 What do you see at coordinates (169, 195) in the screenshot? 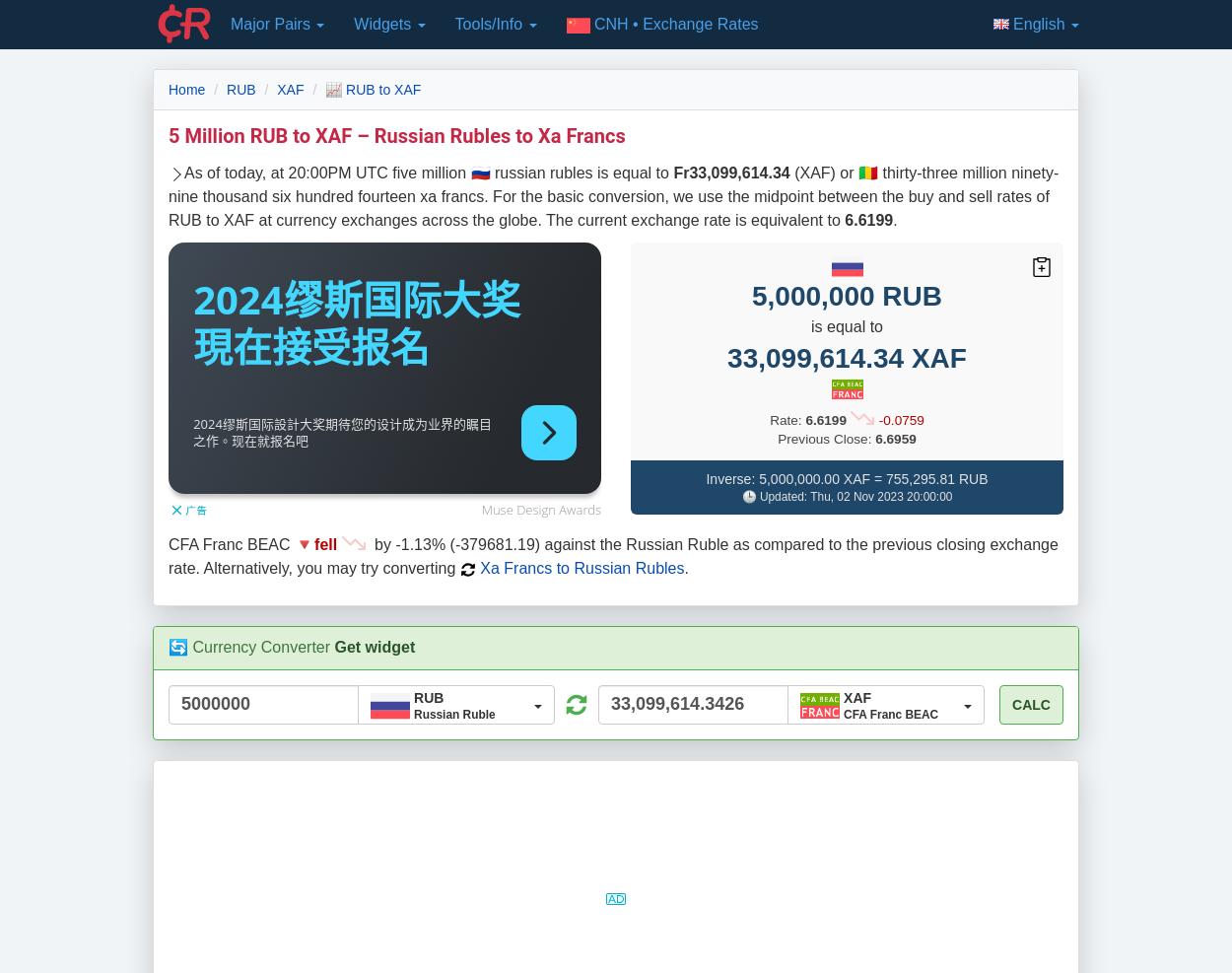
I see `'(XAF) or 🇲🇱 thirty-three million ninety-nine thousand six hundred fourteen xa francs. For the basic conversion, we use the midpoint between the buy and sell rates of RUB to XAF at currency exchanges across the globe. The current exchange rate is equivalent to'` at bounding box center [169, 195].